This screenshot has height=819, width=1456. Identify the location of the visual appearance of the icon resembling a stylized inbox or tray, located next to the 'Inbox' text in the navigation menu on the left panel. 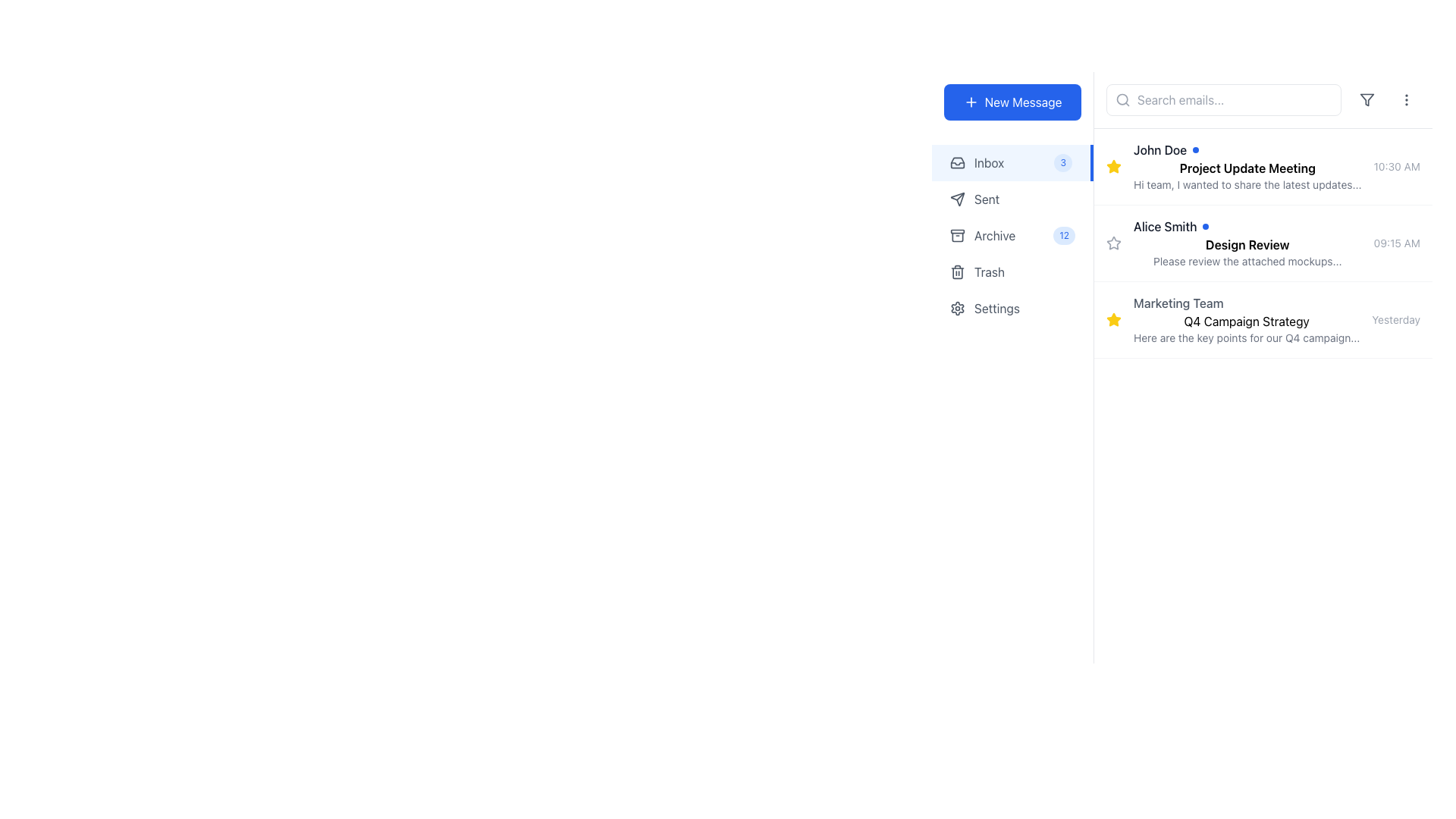
(956, 163).